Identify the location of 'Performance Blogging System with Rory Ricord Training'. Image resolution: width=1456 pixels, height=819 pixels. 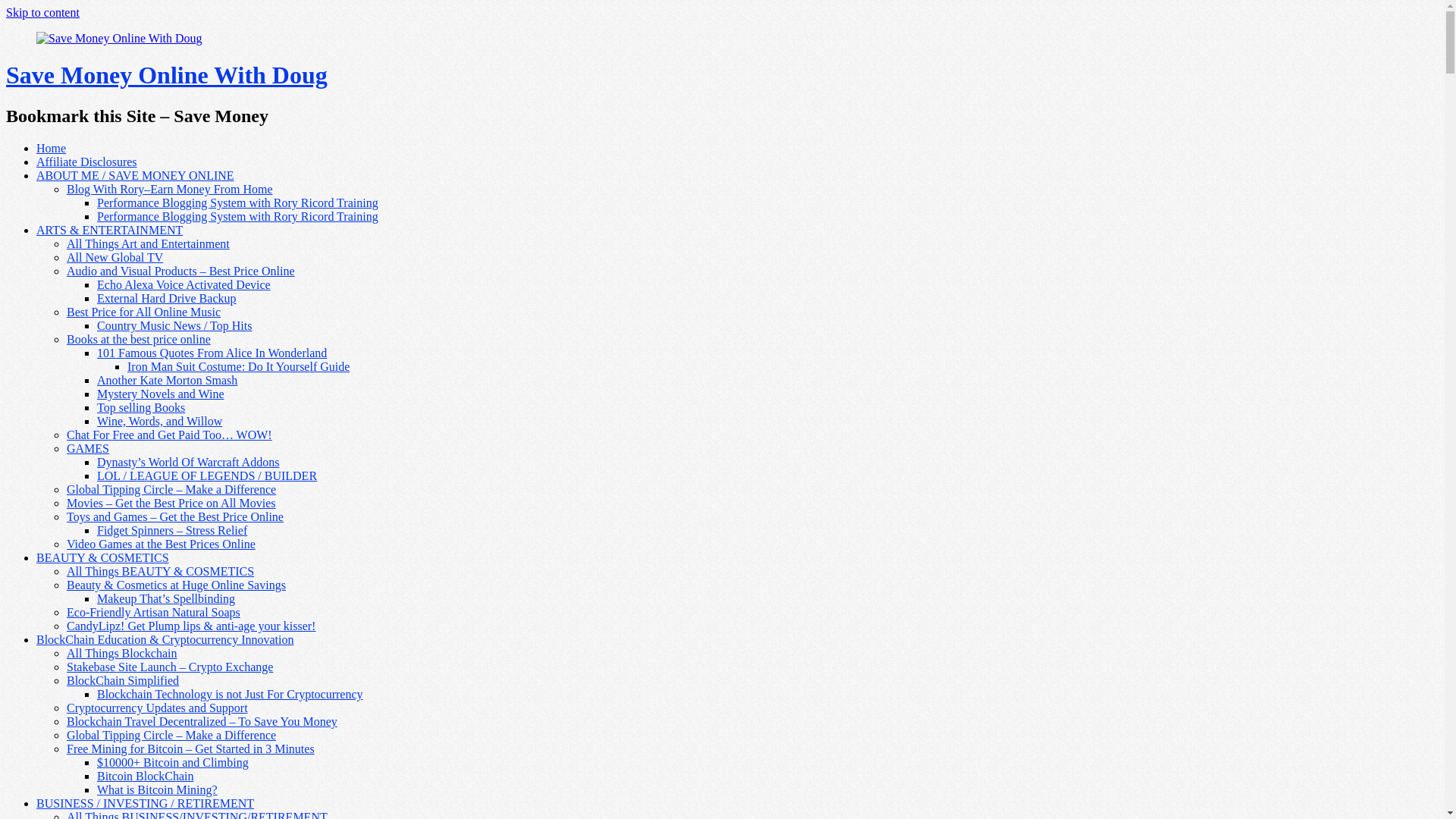
(237, 216).